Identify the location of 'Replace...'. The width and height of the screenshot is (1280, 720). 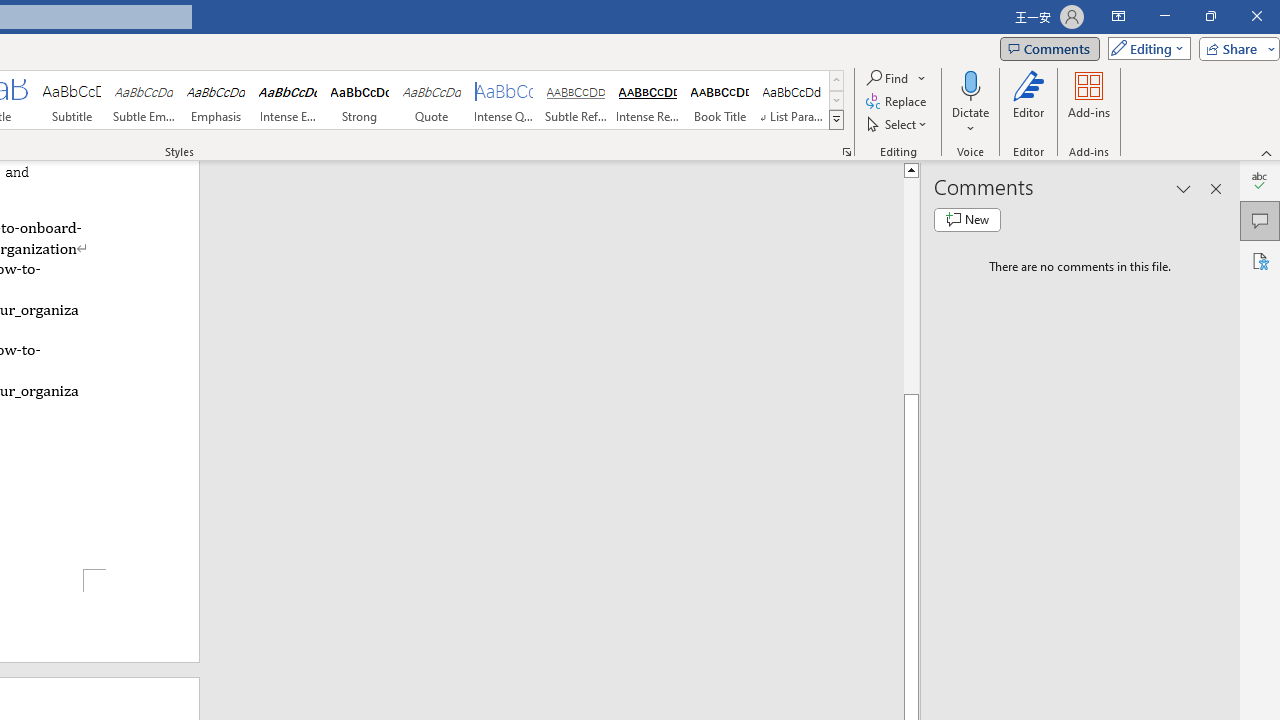
(896, 101).